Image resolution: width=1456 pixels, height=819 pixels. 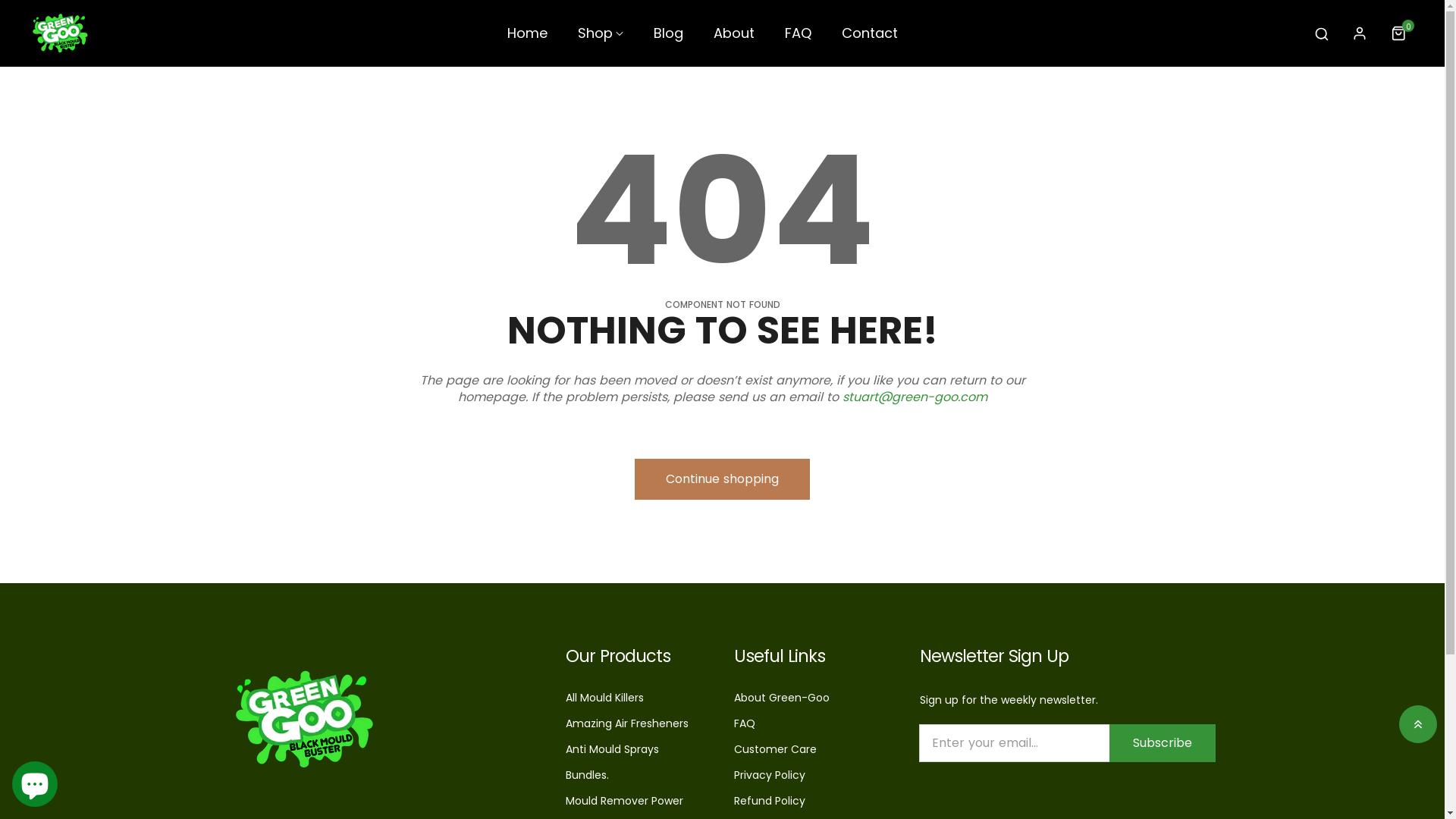 I want to click on '0', so click(x=1401, y=33).